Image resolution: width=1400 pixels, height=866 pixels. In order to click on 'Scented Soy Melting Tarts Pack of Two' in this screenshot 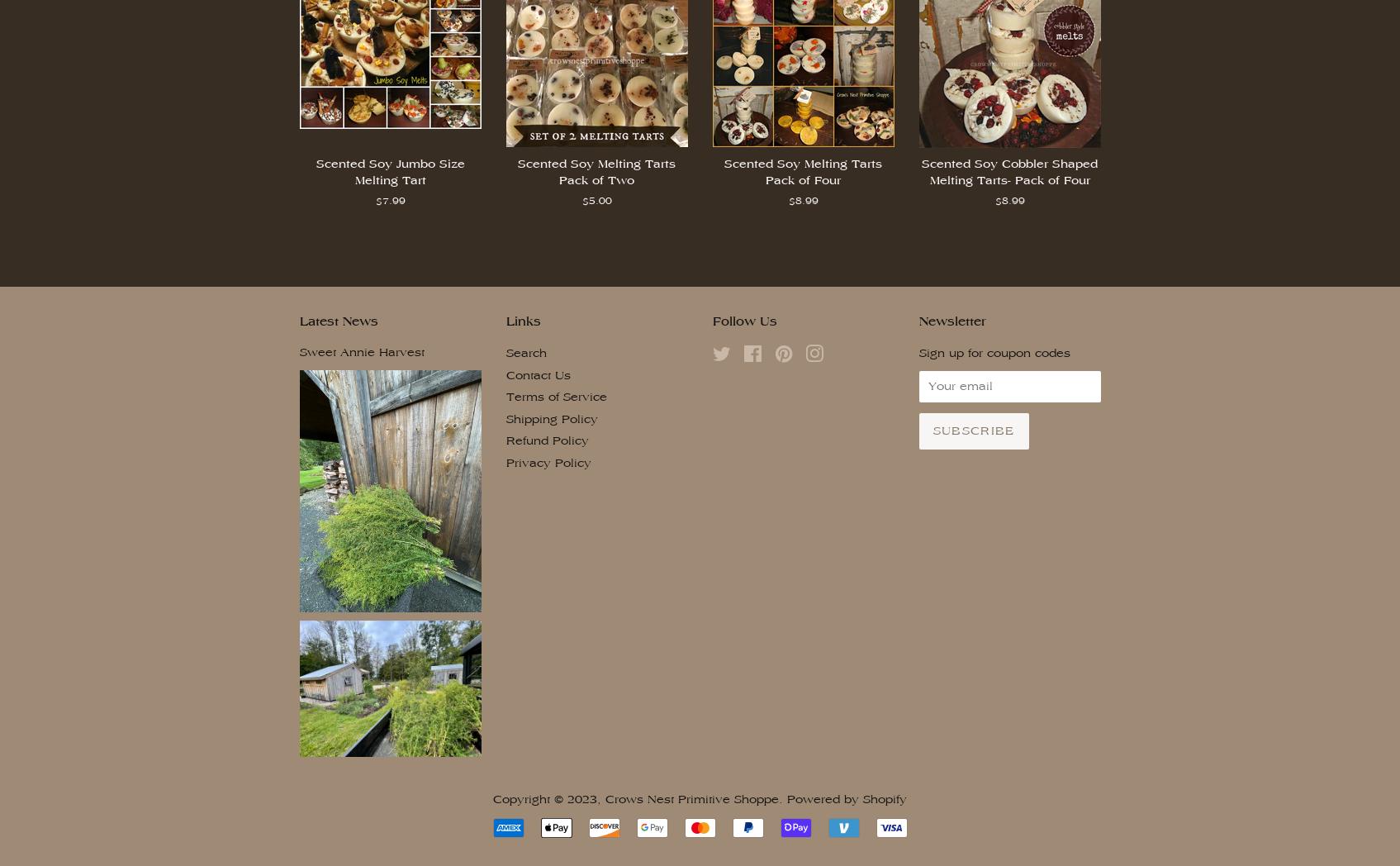, I will do `click(596, 171)`.